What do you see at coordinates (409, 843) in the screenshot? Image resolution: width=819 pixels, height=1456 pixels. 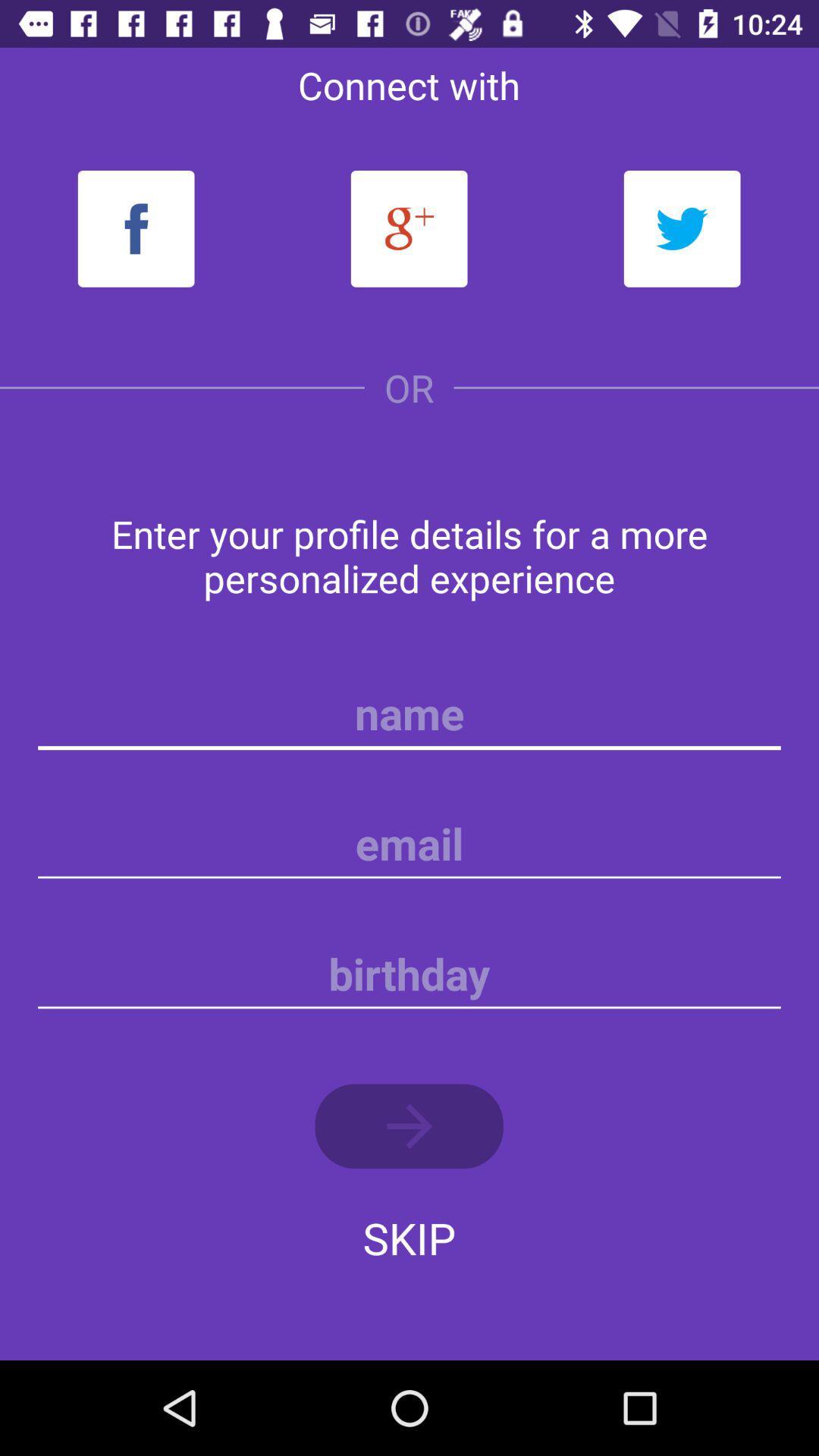 I see `a note` at bounding box center [409, 843].